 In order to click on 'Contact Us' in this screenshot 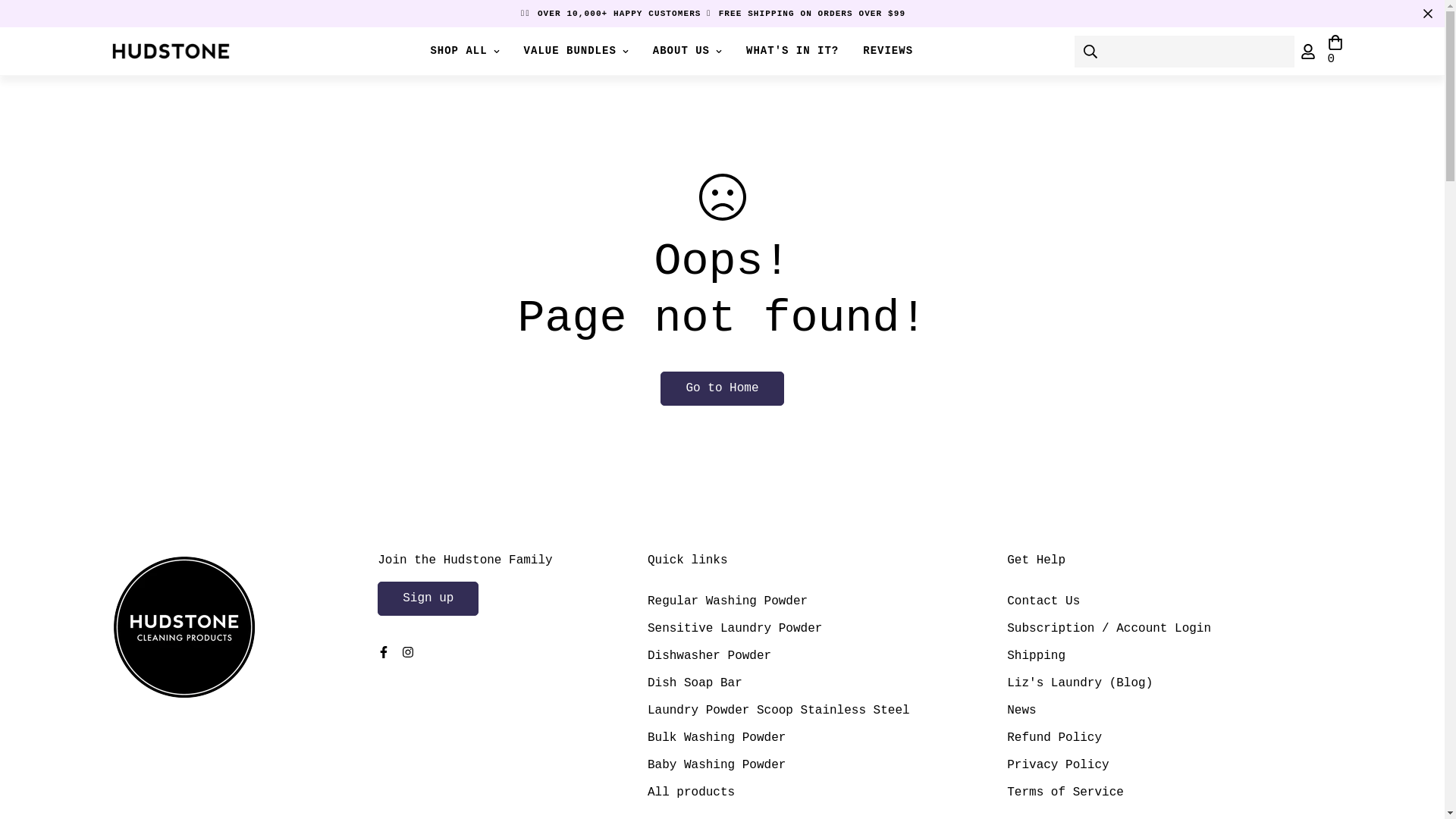, I will do `click(1007, 601)`.